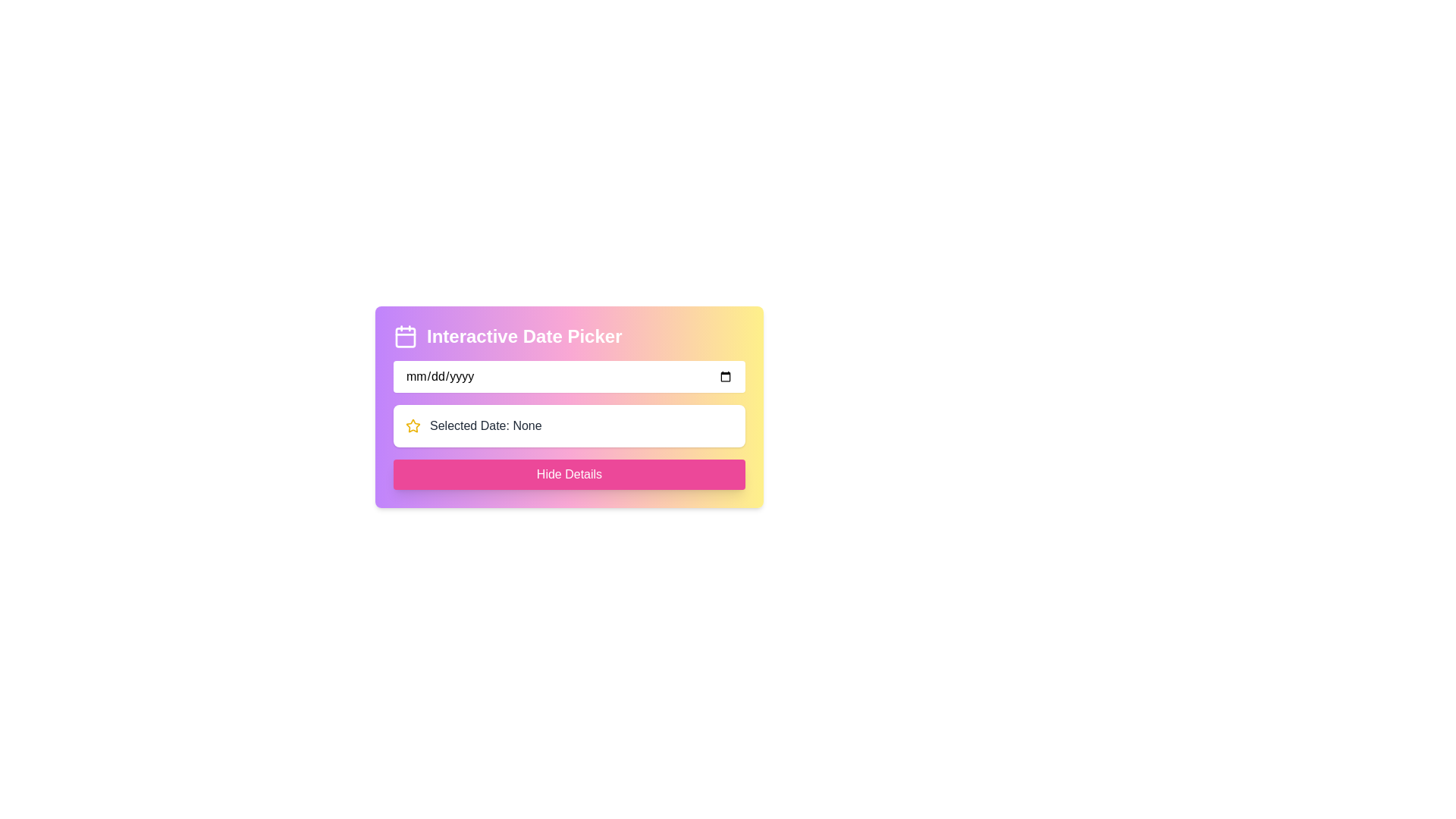  I want to click on the star icon with a hollow center and golden-yellow outline, which is located to the left of the text 'Selected Date: None', so click(413, 426).